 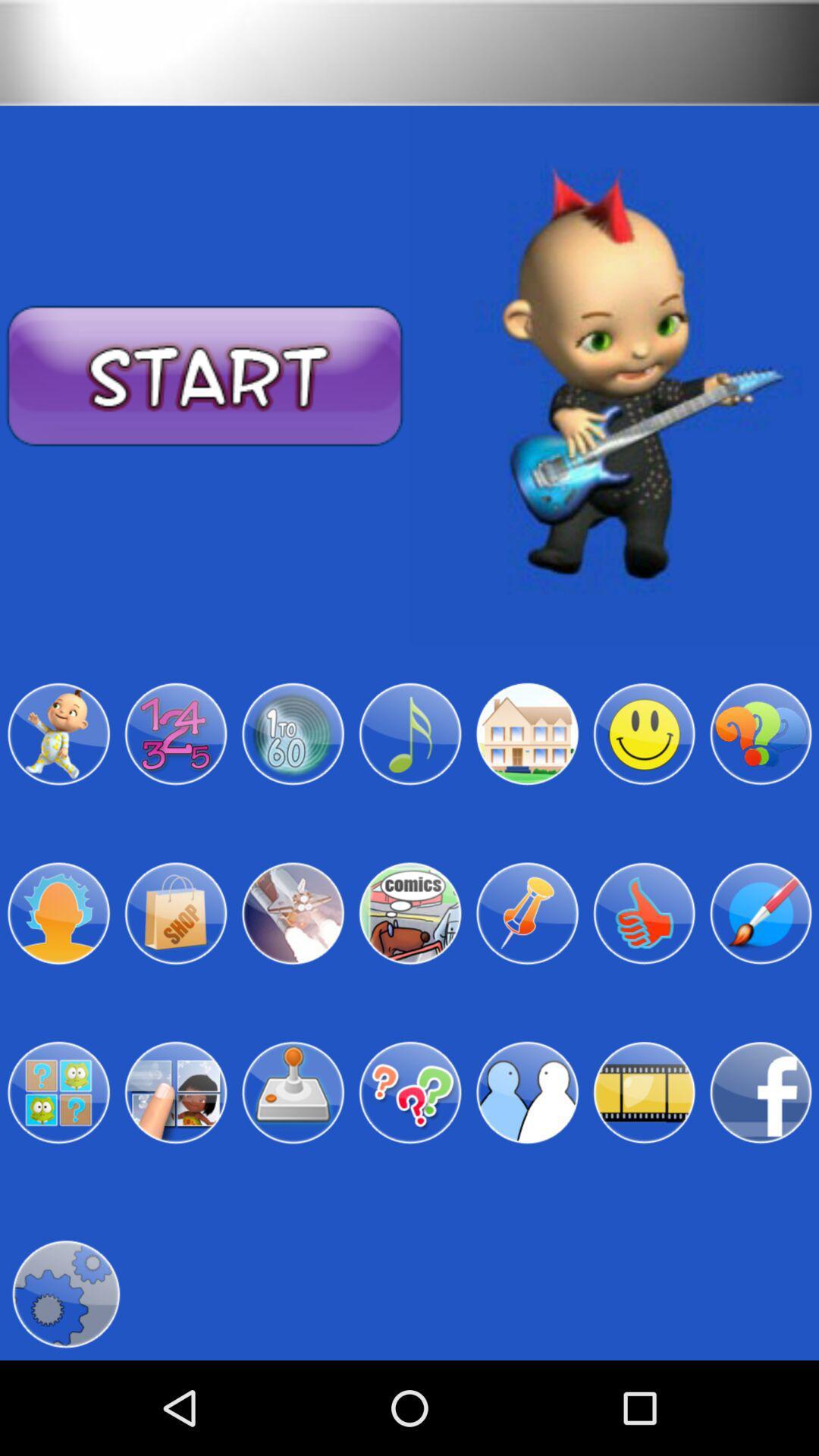 What do you see at coordinates (644, 734) in the screenshot?
I see `orange box flashing for selecting happy face` at bounding box center [644, 734].